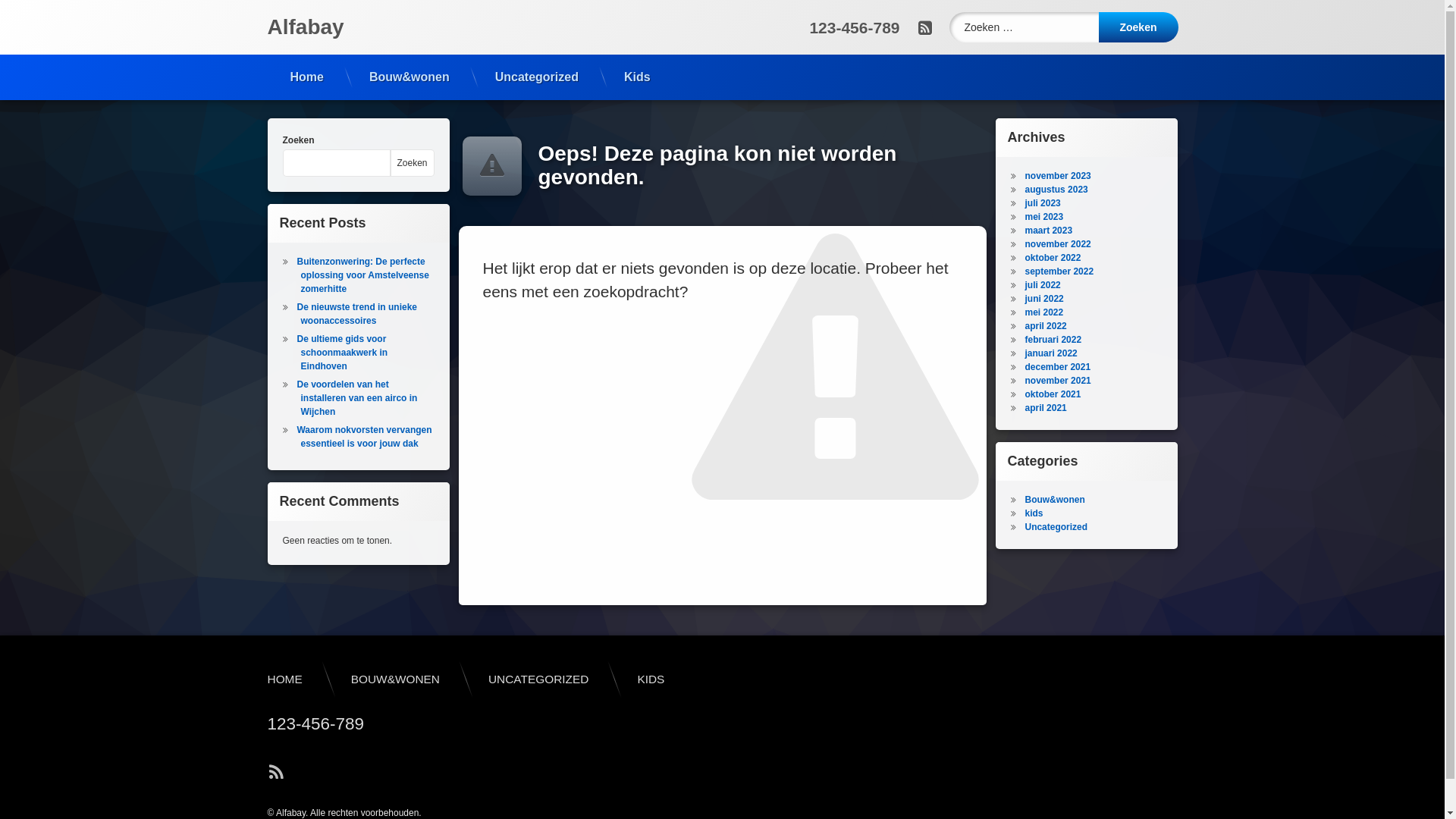 Image resolution: width=1456 pixels, height=819 pixels. What do you see at coordinates (651, 678) in the screenshot?
I see `'KIDS'` at bounding box center [651, 678].